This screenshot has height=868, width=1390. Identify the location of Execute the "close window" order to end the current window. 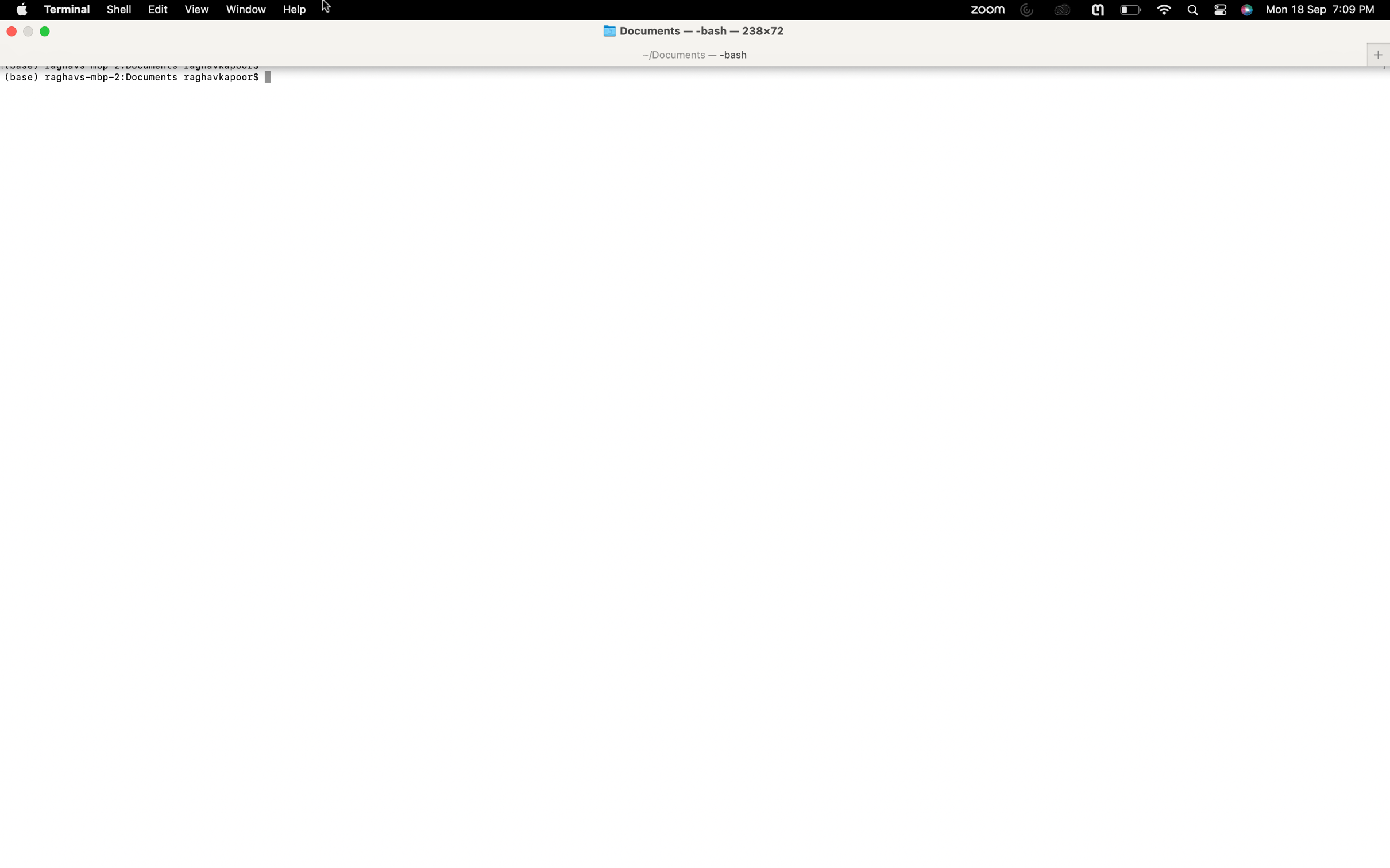
(11, 29).